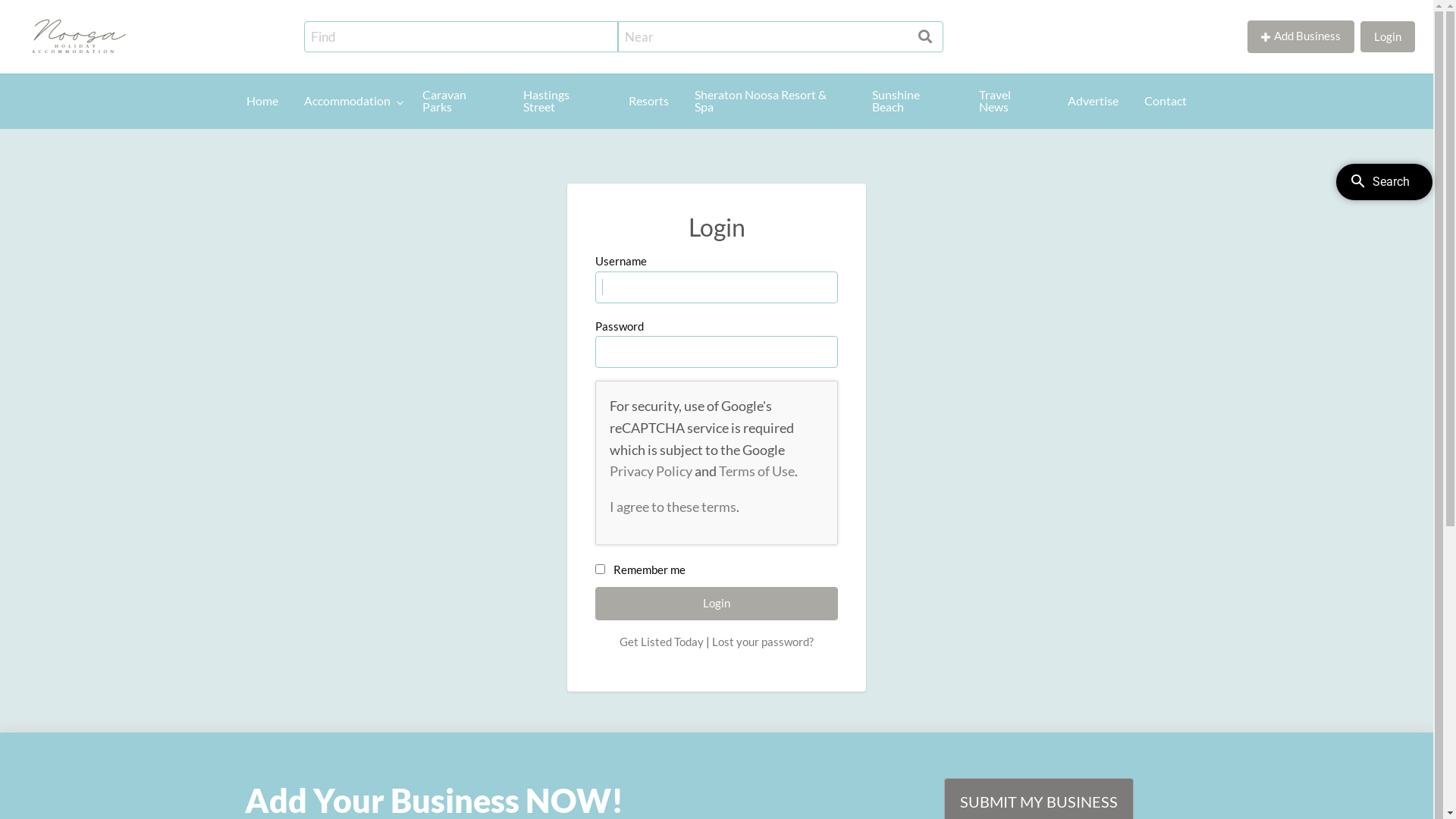  What do you see at coordinates (1093, 101) in the screenshot?
I see `'Advertise'` at bounding box center [1093, 101].